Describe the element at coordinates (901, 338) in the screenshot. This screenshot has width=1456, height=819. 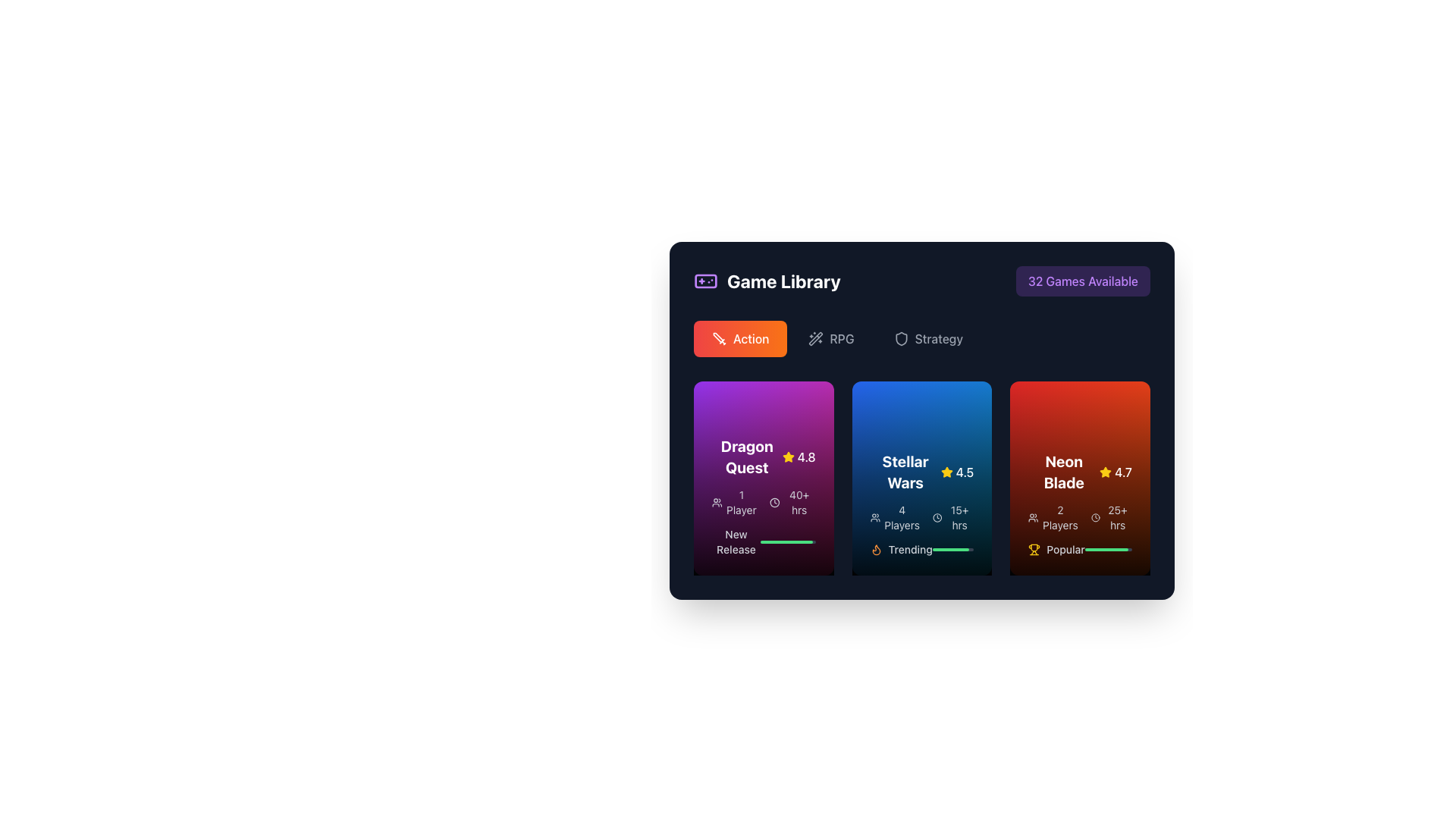
I see `the shield icon representing the 'Strategy' category located to the left of the text 'Strategy'` at that location.